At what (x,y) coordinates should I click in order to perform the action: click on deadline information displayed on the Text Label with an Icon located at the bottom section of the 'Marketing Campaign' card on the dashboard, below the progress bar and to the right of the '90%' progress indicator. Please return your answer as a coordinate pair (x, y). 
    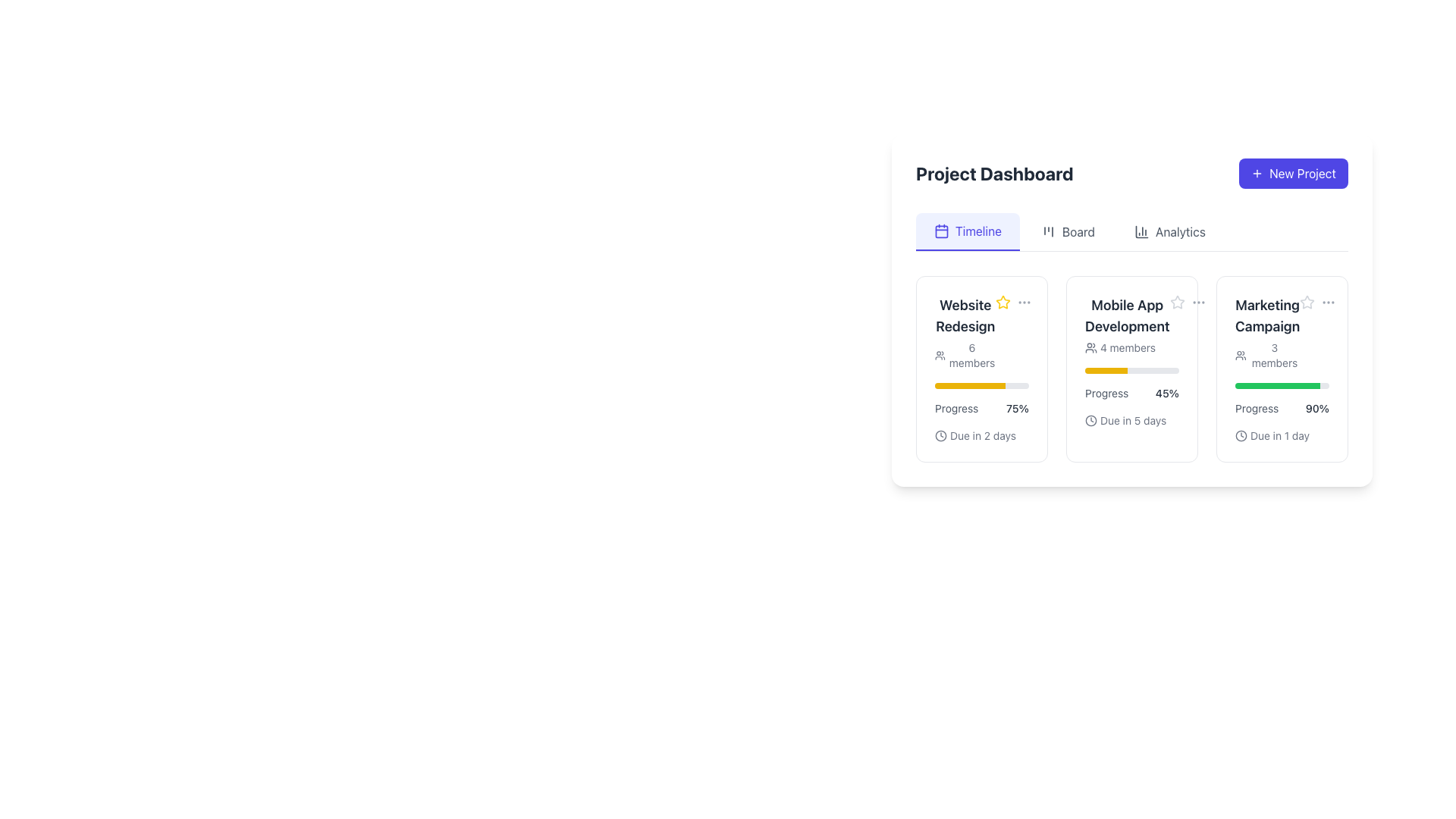
    Looking at the image, I should click on (1281, 435).